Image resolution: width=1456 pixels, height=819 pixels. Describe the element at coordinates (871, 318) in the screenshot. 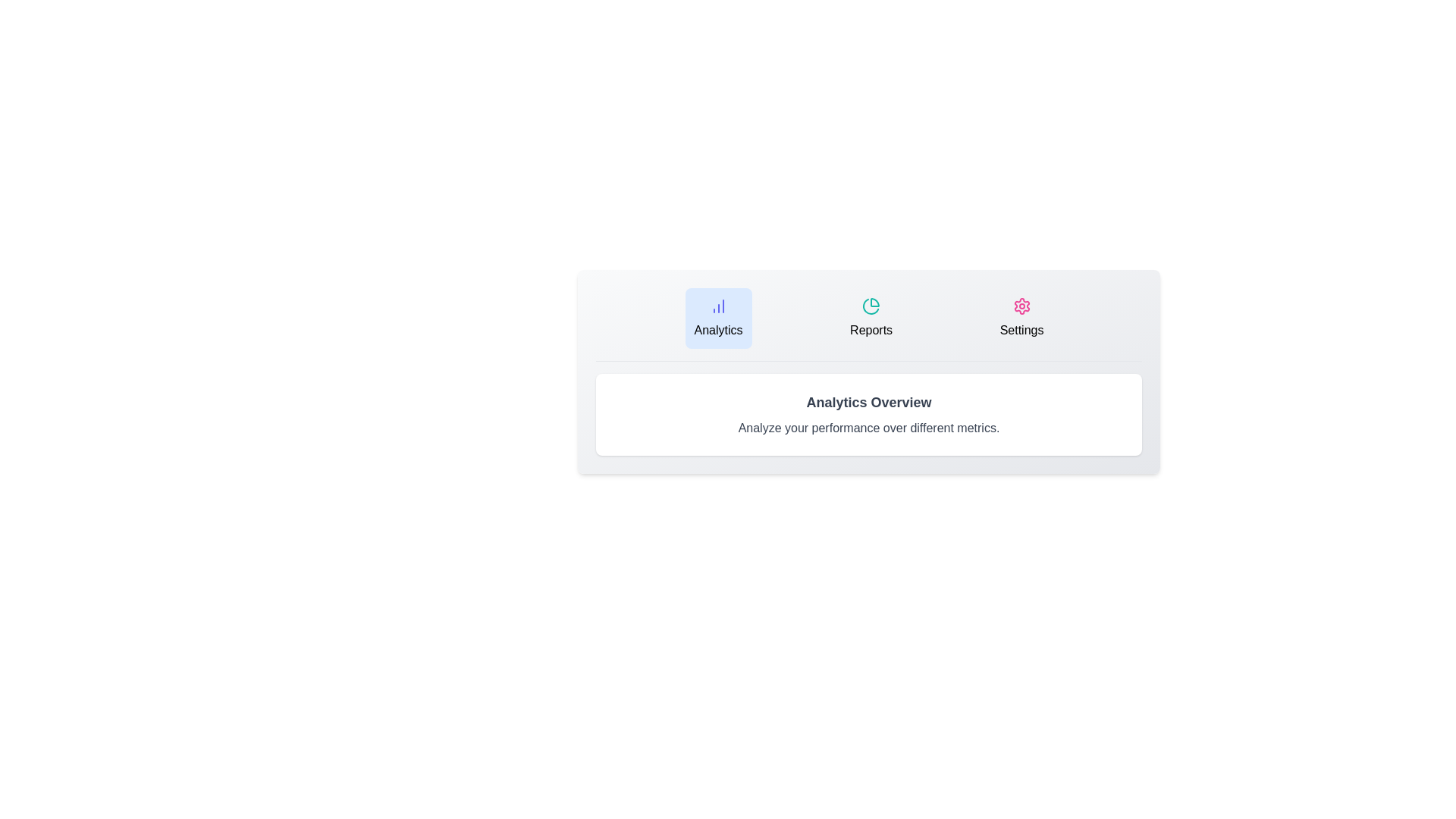

I see `the tab button labeled Reports to observe its hover effect` at that location.